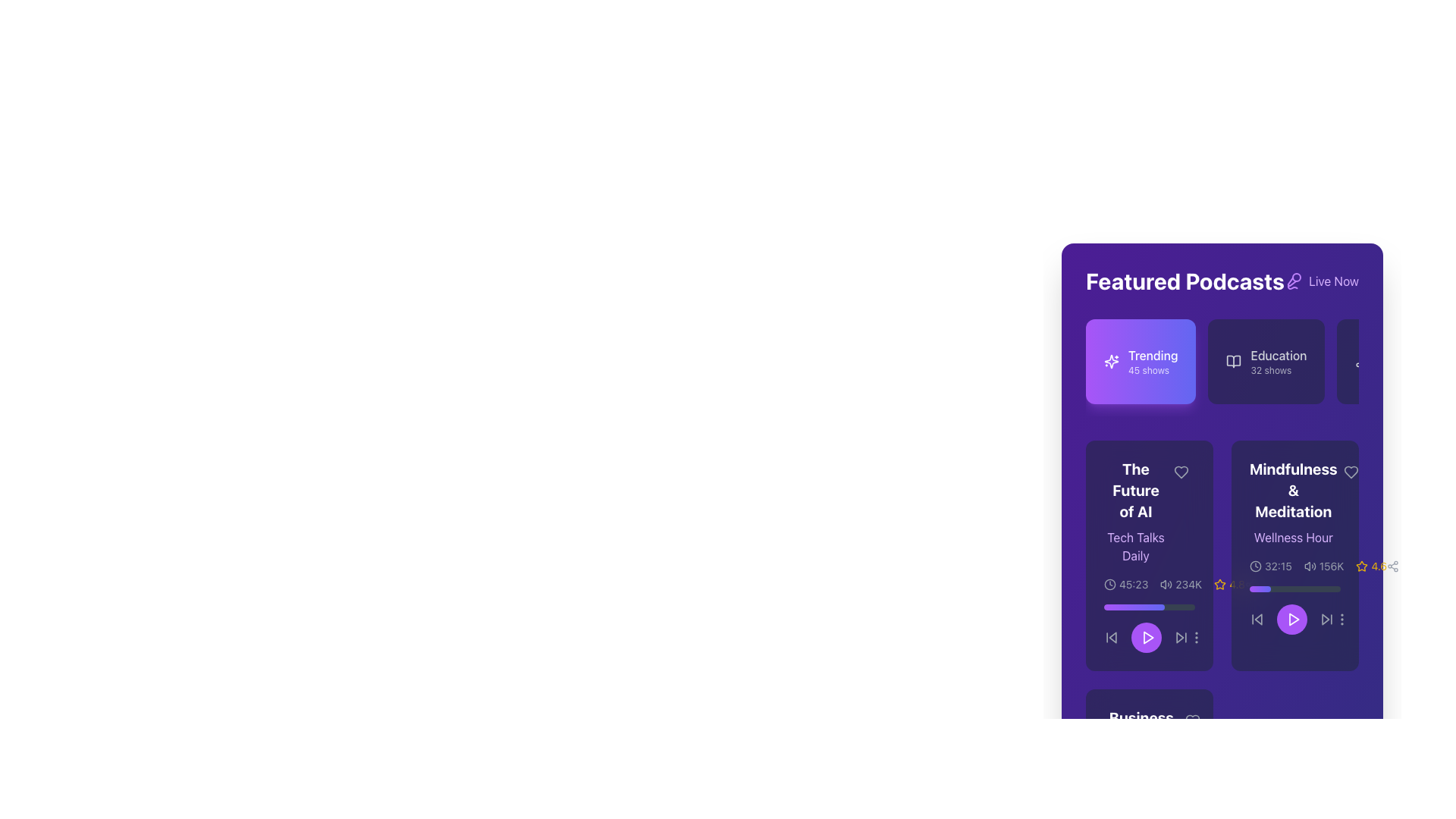 This screenshot has width=1456, height=819. Describe the element at coordinates (1110, 584) in the screenshot. I see `the circular SVG element representing the clock face in the audio player section for 'The Future of AI' podcast, located to the right of the playback duration time display` at that location.